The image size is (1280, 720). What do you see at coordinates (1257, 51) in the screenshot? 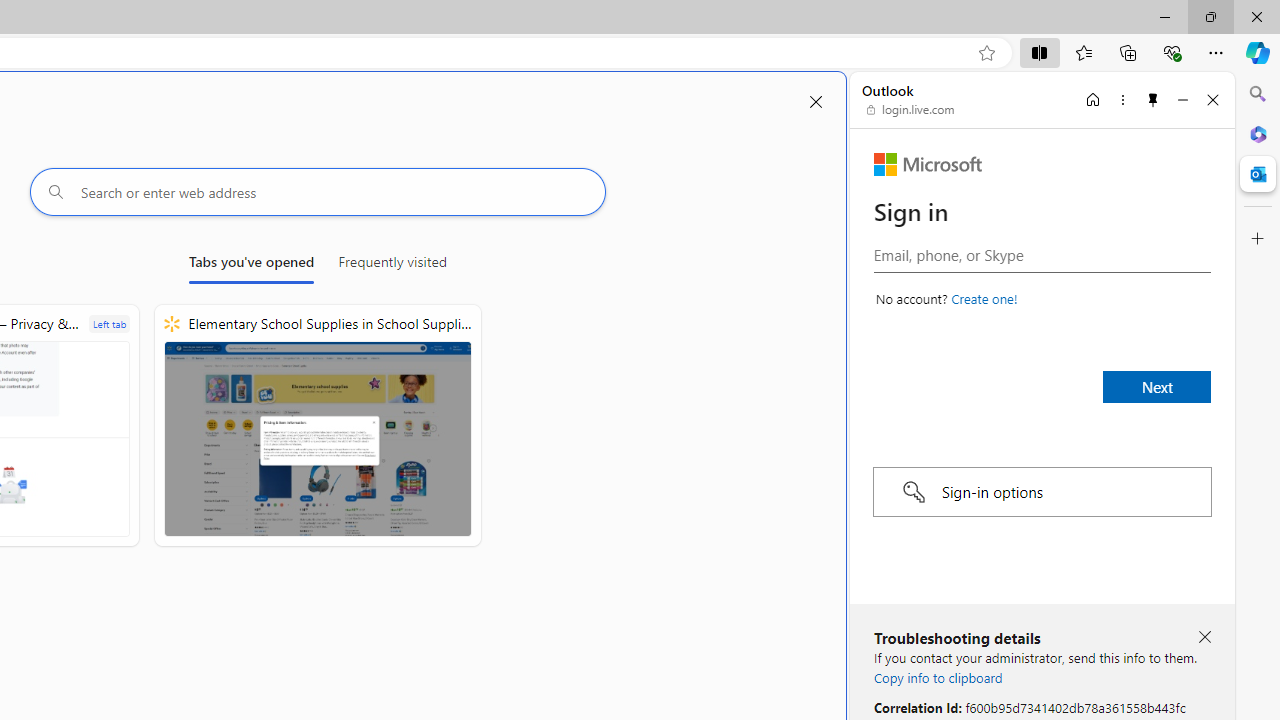
I see `'Copilot (Ctrl+Shift+.)'` at bounding box center [1257, 51].